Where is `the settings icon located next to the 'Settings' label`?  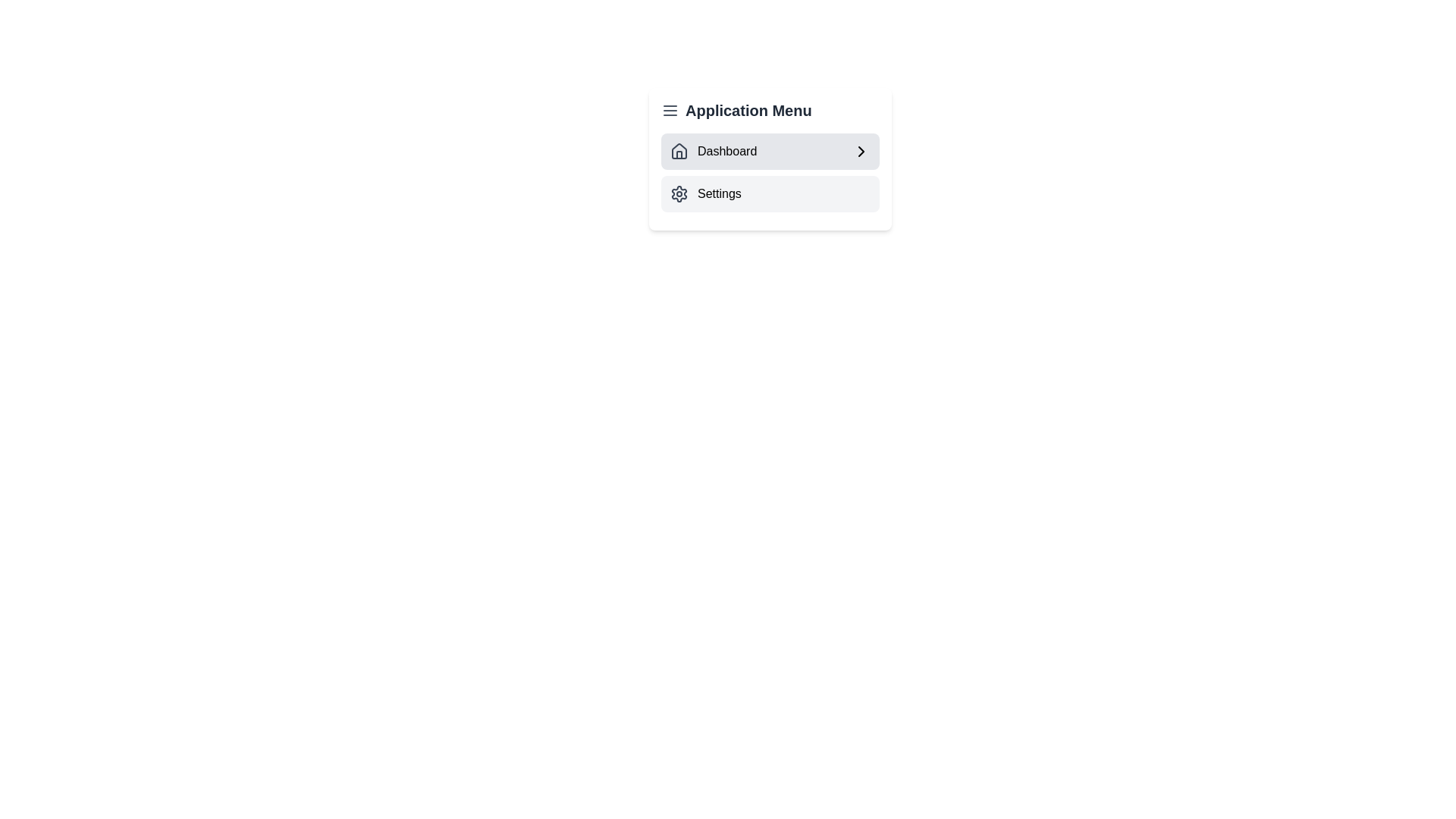
the settings icon located next to the 'Settings' label is located at coordinates (679, 193).